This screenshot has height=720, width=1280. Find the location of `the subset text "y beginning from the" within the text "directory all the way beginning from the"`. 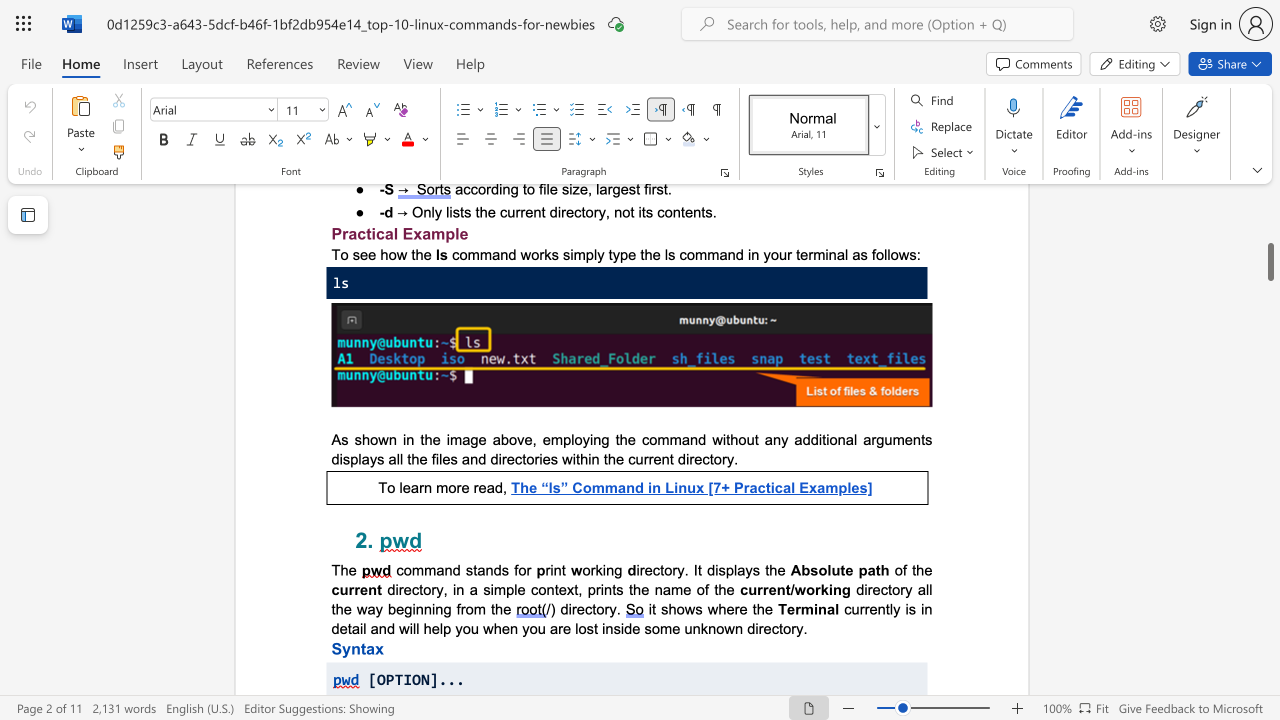

the subset text "y beginning from the" within the text "directory all the way beginning from the" is located at coordinates (375, 608).